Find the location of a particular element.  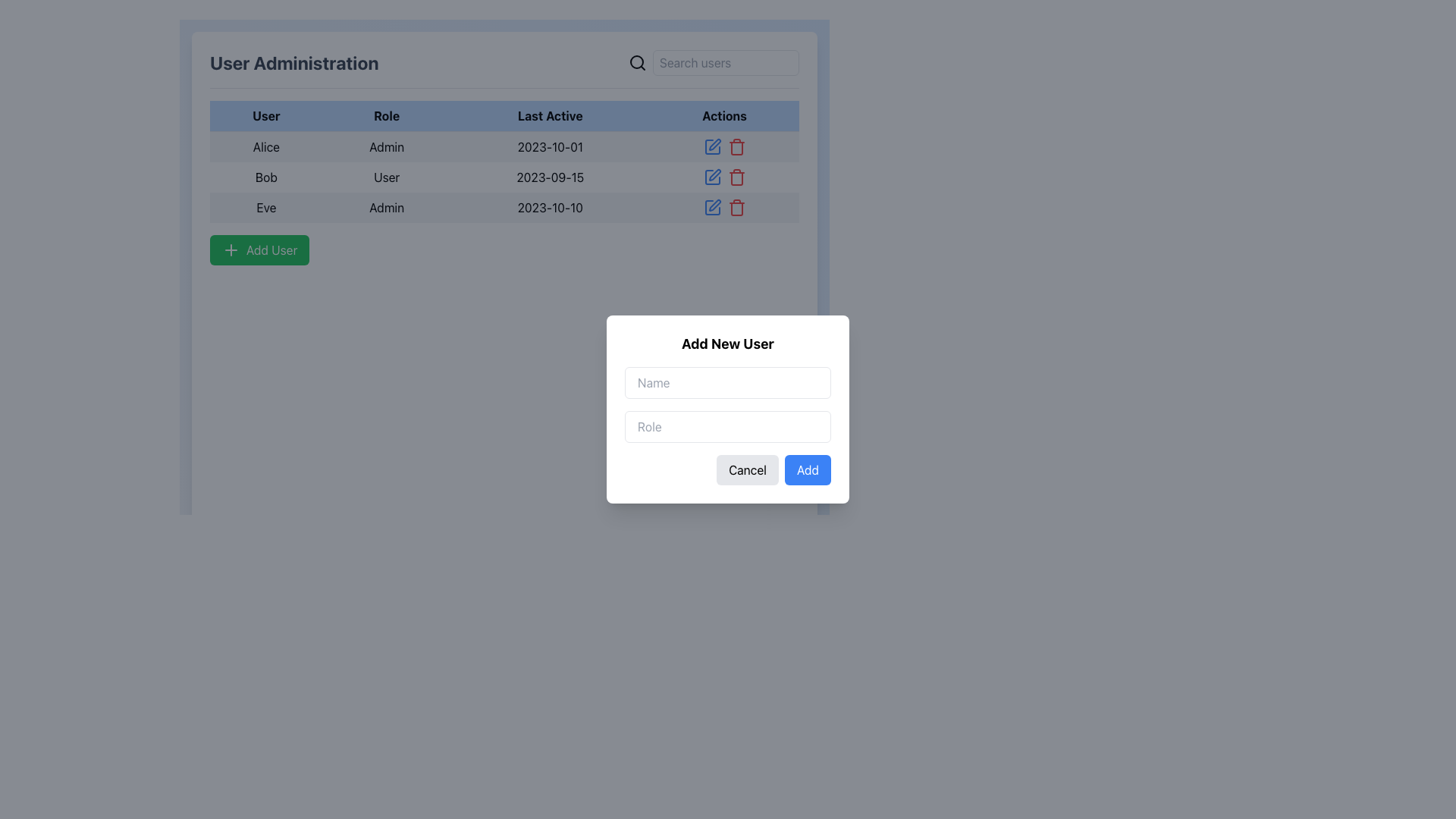

the edit icon button in the 'Actions' column of the user table for the entry labeled 'Eve' is located at coordinates (714, 205).